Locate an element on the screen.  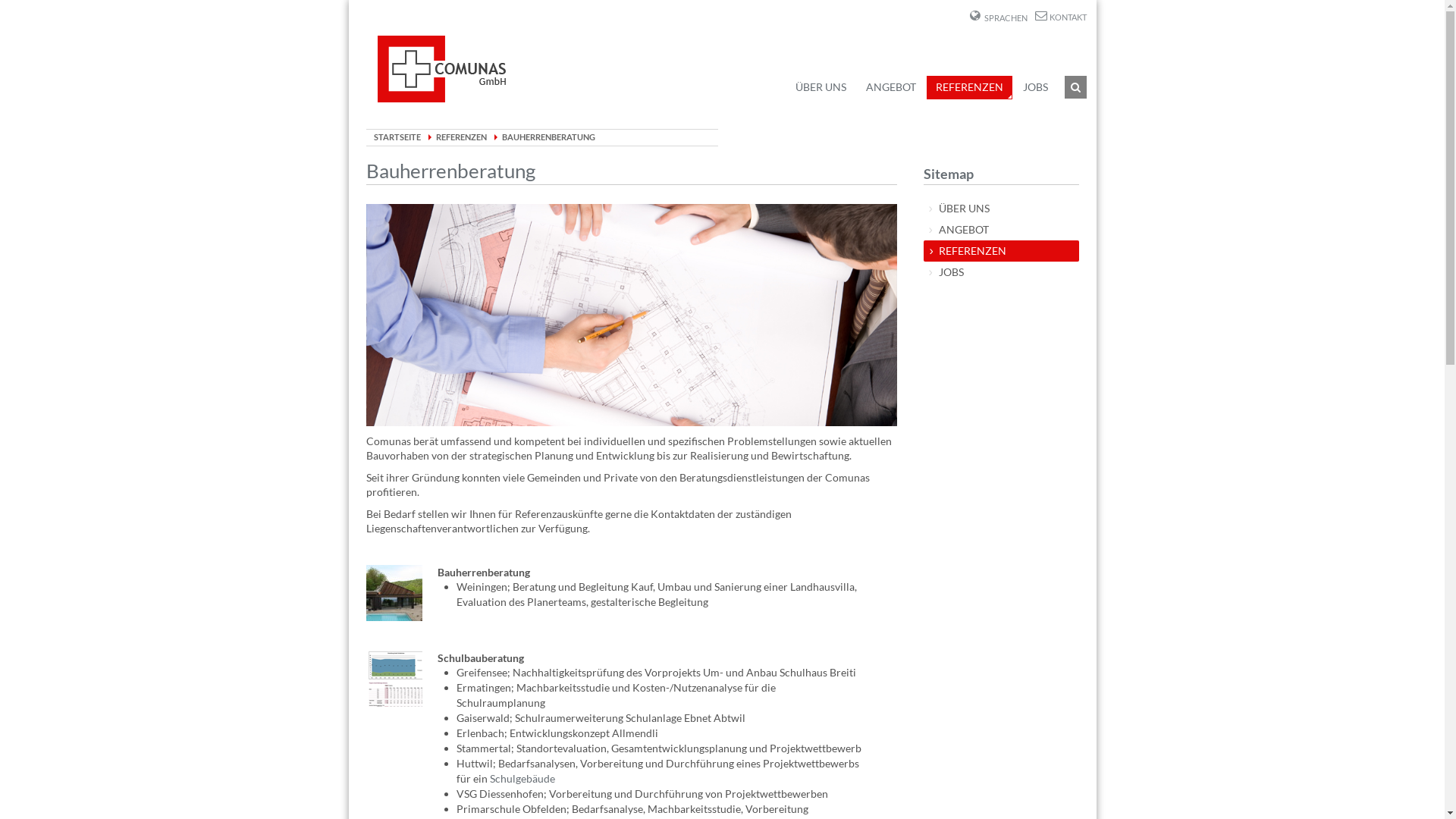
'SPRACHEN' is located at coordinates (997, 17).